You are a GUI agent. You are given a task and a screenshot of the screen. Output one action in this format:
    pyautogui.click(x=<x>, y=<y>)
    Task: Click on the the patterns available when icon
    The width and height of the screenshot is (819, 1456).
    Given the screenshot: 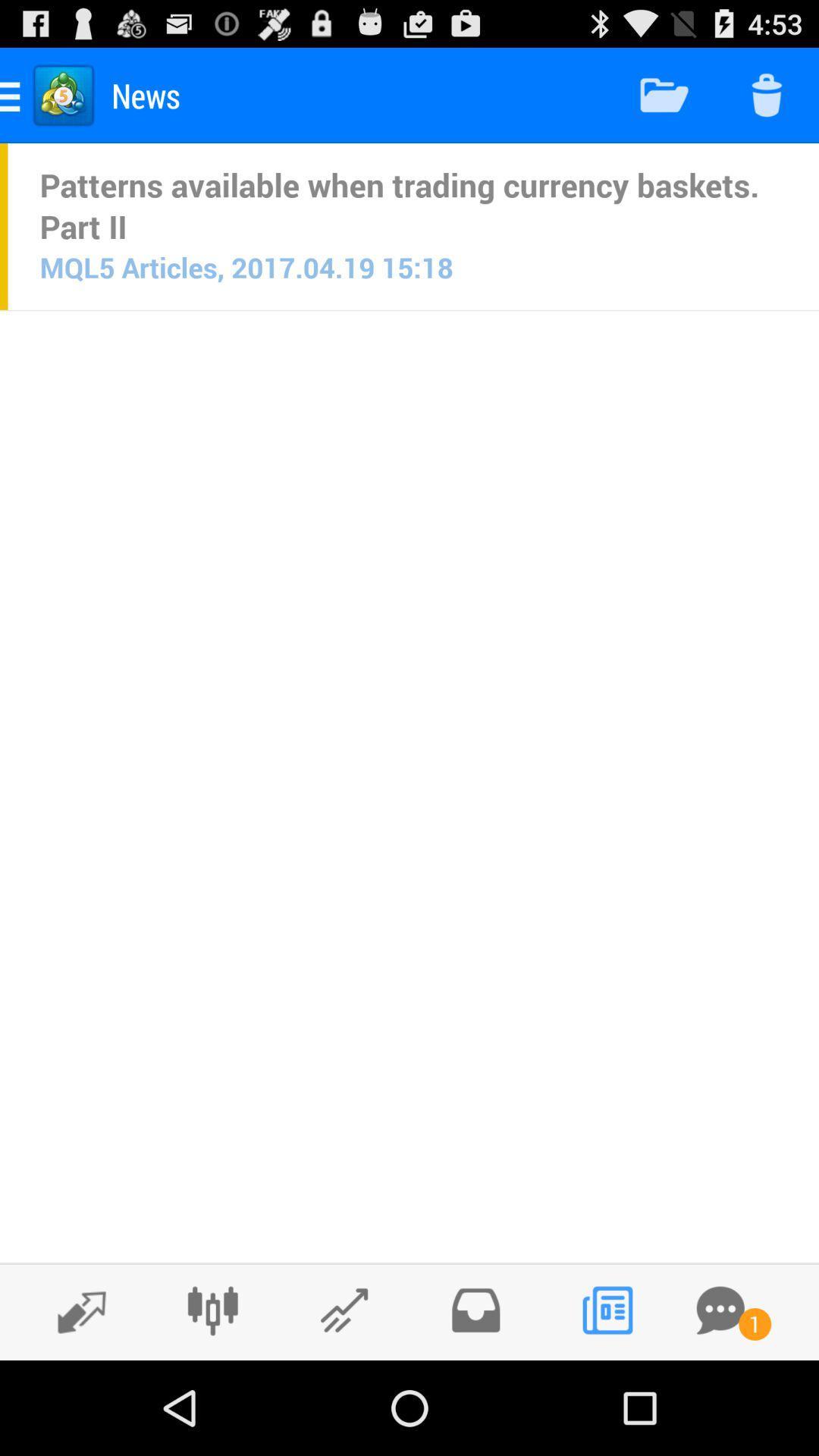 What is the action you would take?
    pyautogui.click(x=413, y=205)
    